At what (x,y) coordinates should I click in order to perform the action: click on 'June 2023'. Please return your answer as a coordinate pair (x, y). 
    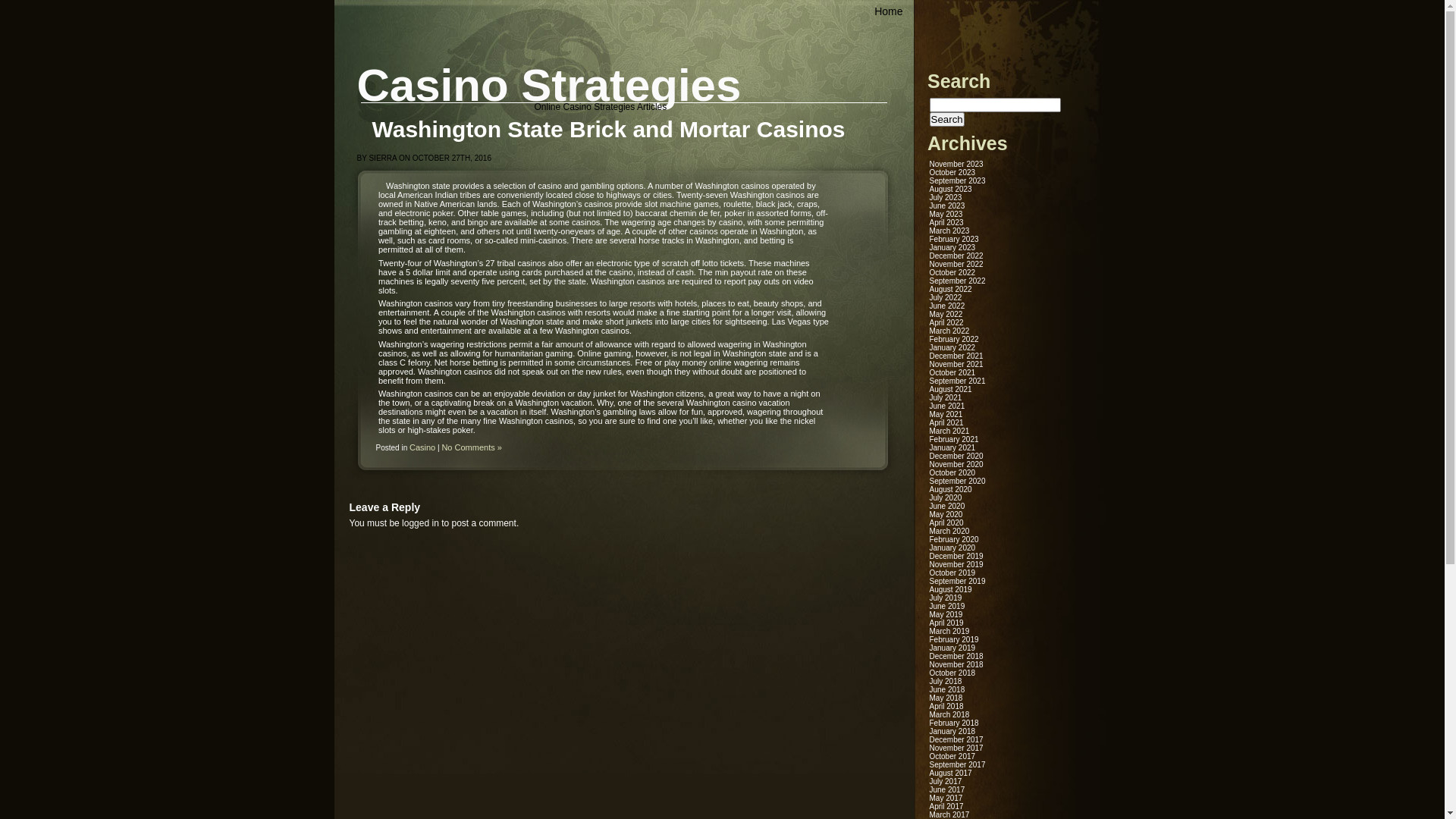
    Looking at the image, I should click on (928, 206).